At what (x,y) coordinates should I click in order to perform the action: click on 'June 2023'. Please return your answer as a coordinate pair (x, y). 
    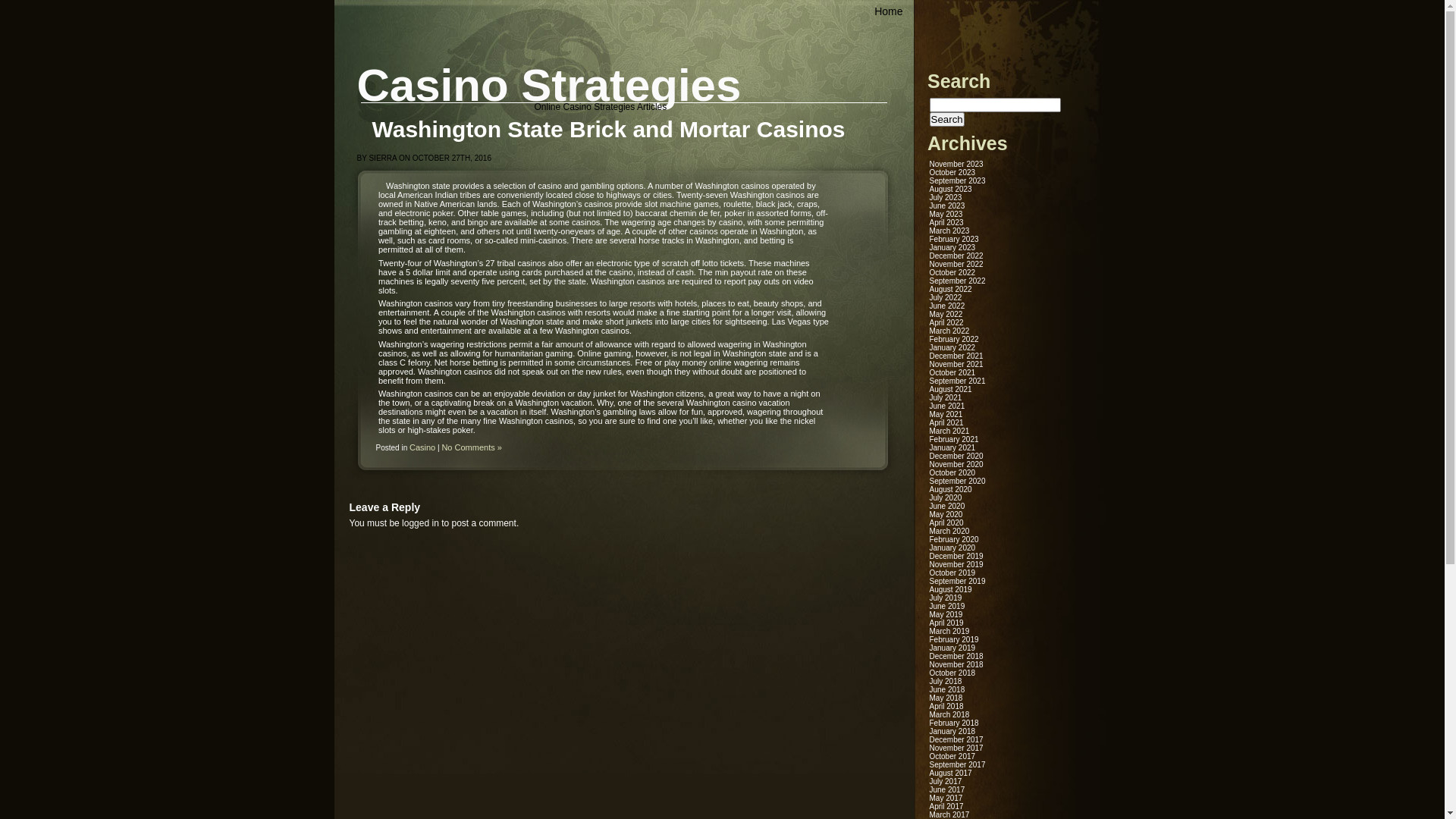
    Looking at the image, I should click on (928, 206).